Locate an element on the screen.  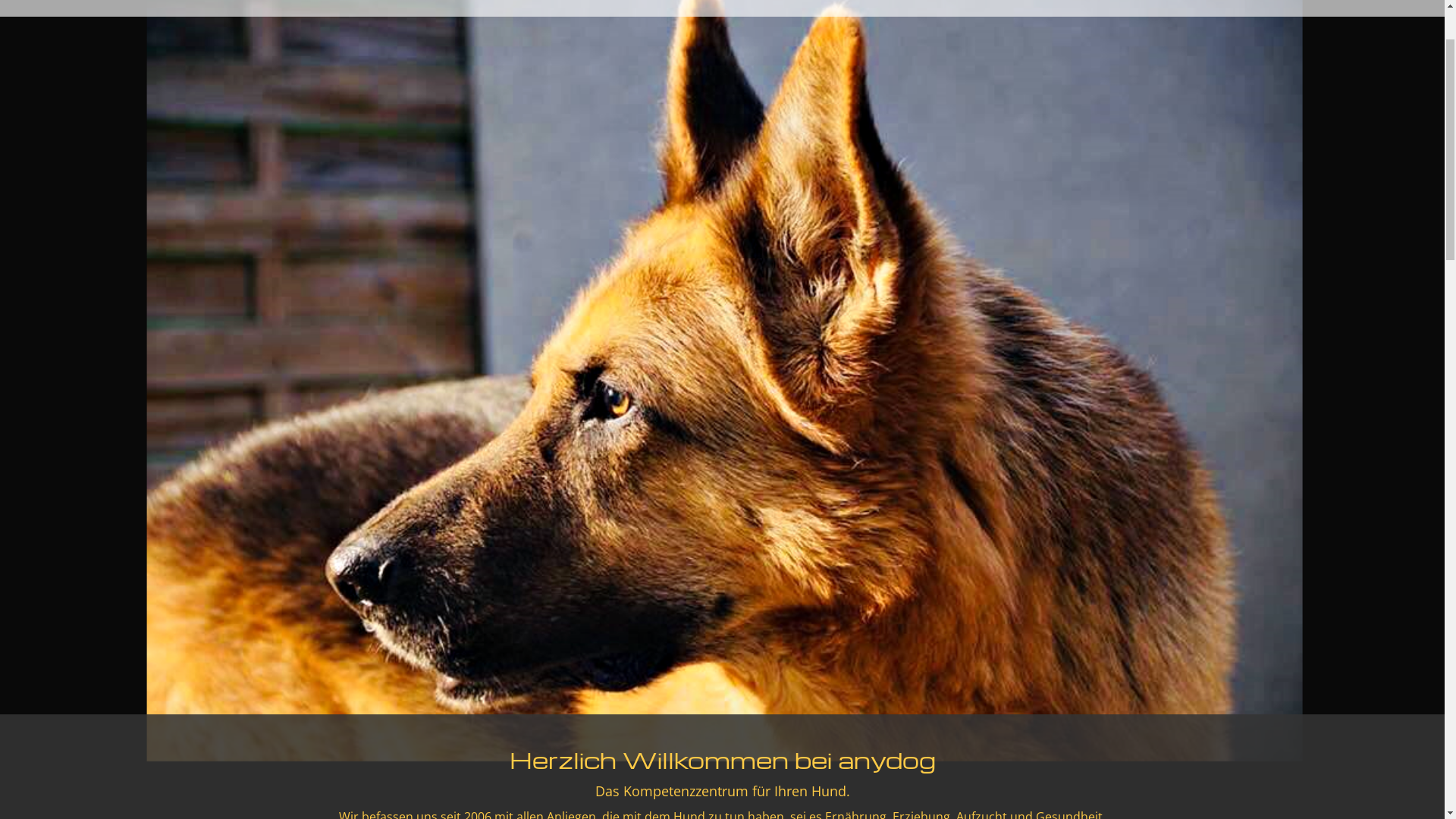
'Ausbildung/Kurs' is located at coordinates (519, 32).